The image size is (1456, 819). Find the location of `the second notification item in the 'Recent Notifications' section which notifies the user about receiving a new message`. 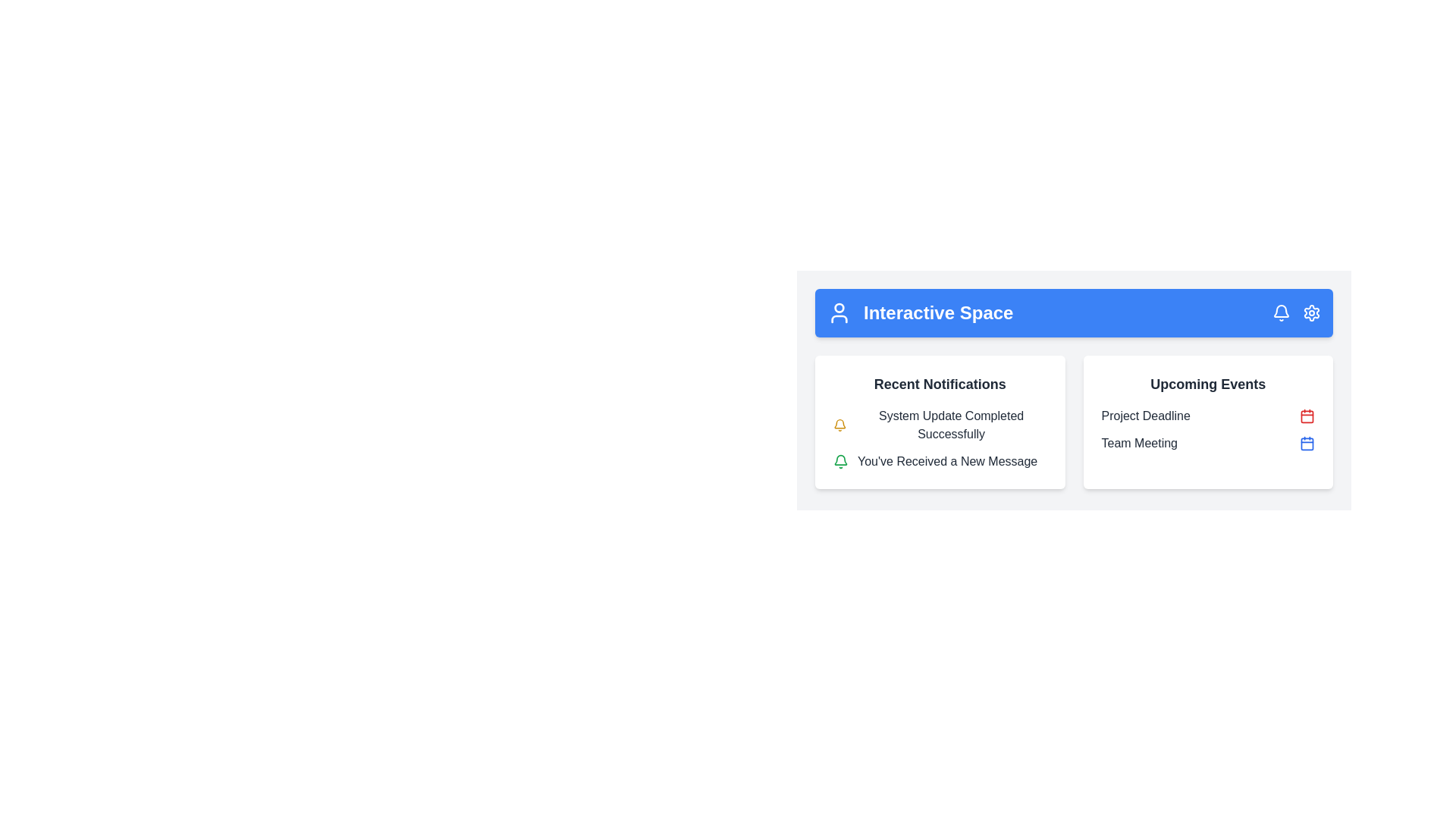

the second notification item in the 'Recent Notifications' section which notifies the user about receiving a new message is located at coordinates (939, 461).